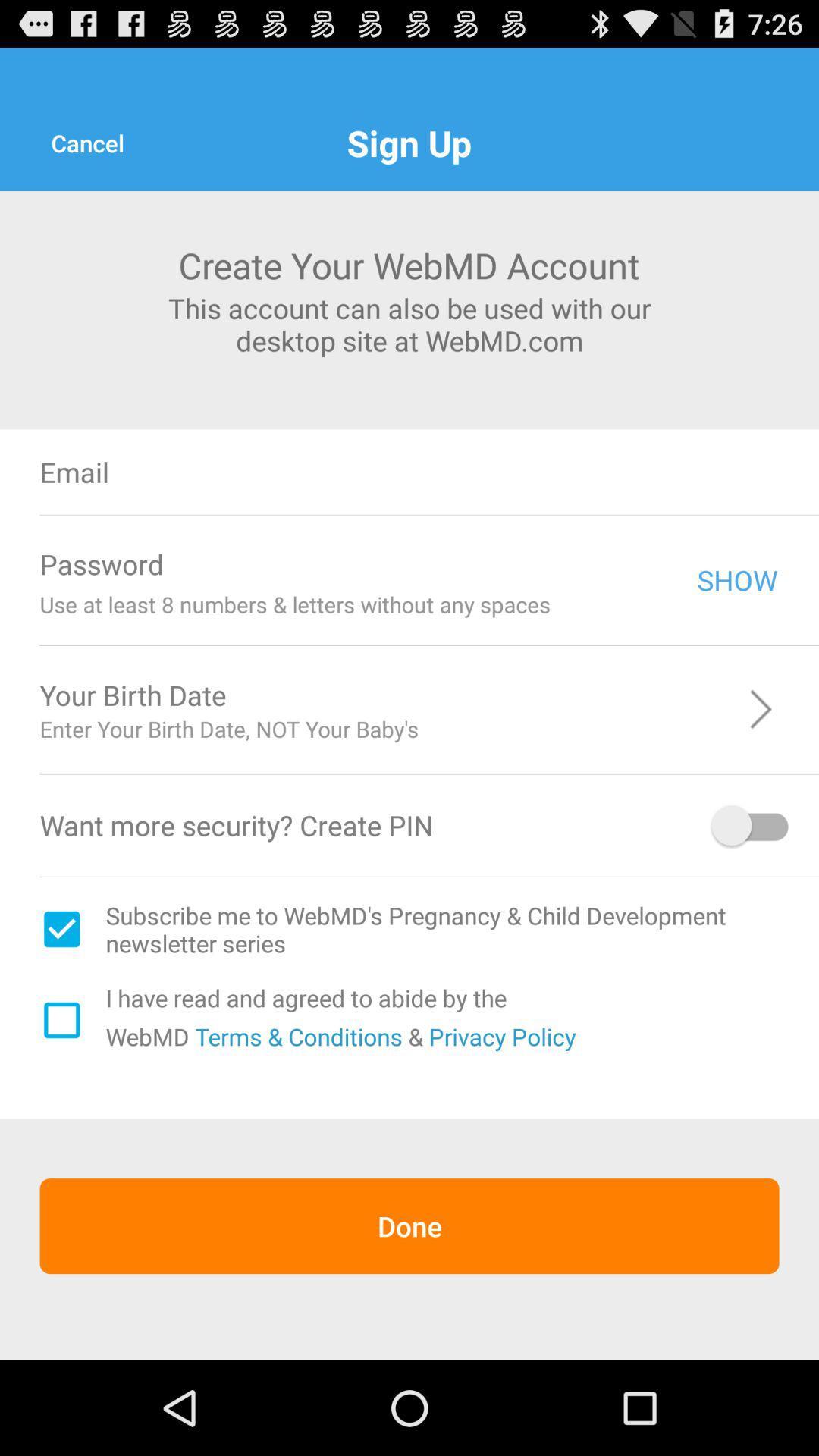  I want to click on the item next to the  &  item, so click(502, 1035).